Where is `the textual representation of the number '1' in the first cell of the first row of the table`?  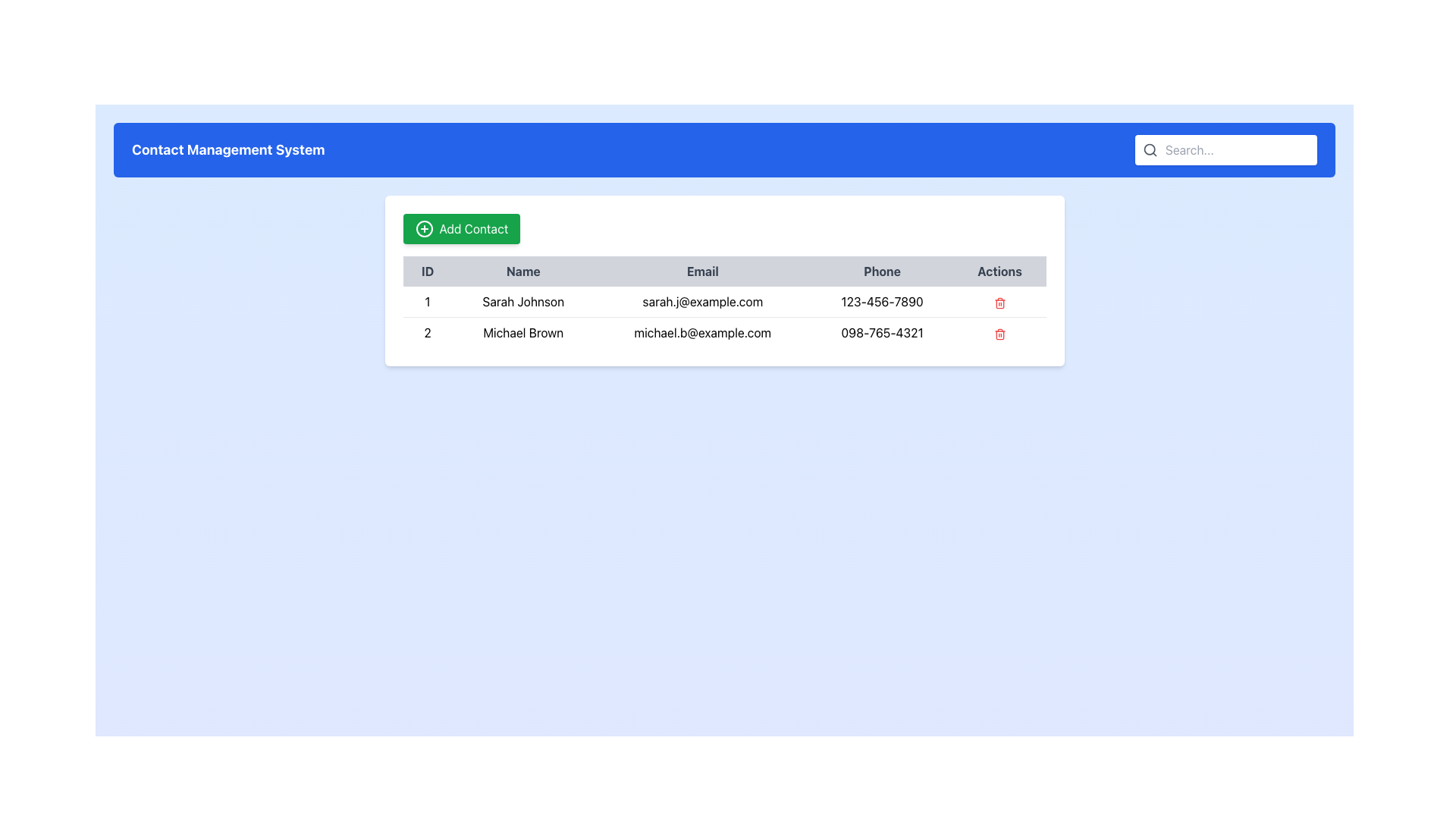 the textual representation of the number '1' in the first cell of the first row of the table is located at coordinates (427, 301).